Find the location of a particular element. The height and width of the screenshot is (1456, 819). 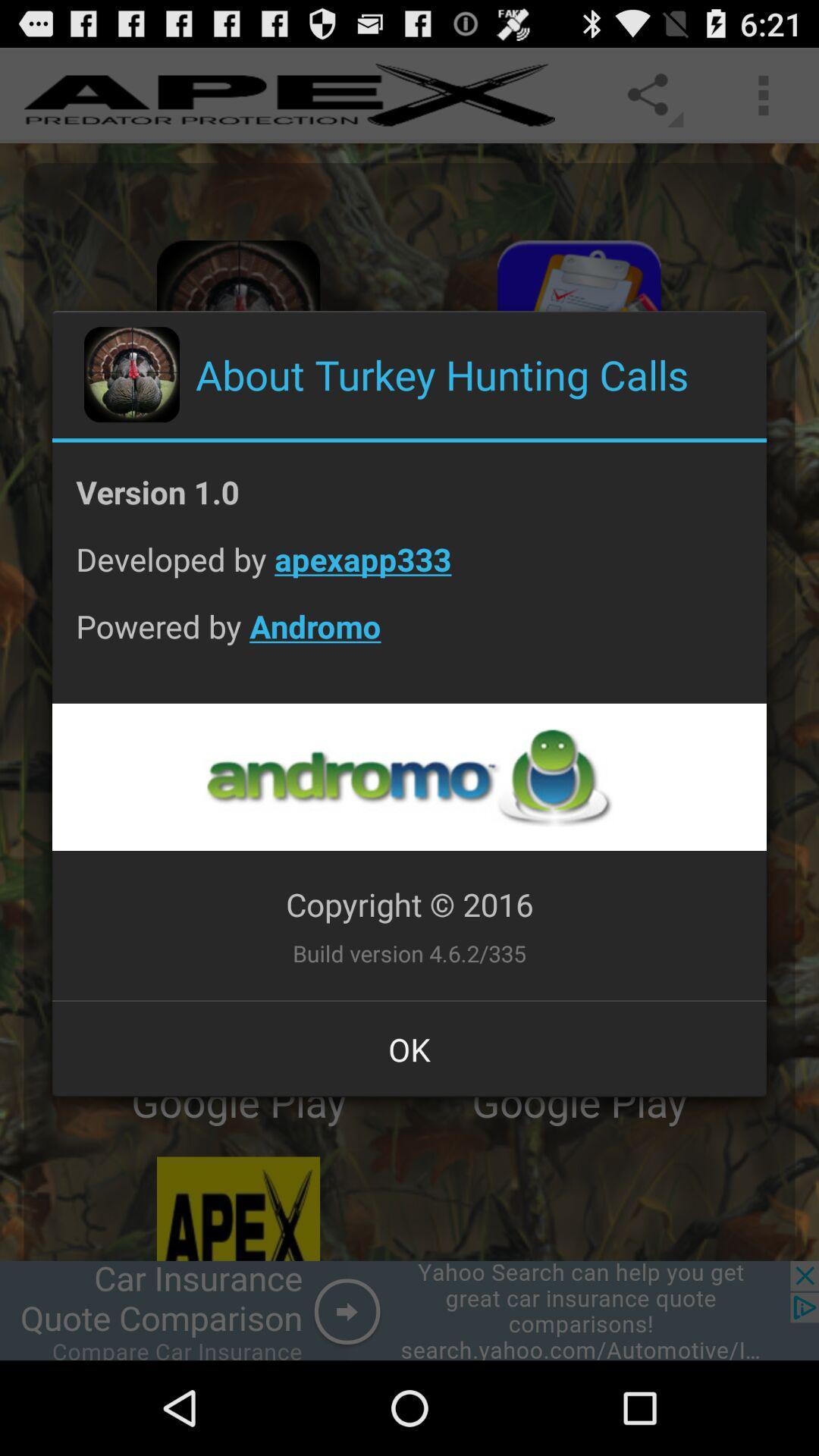

the icon below the powered by andromo item is located at coordinates (408, 777).